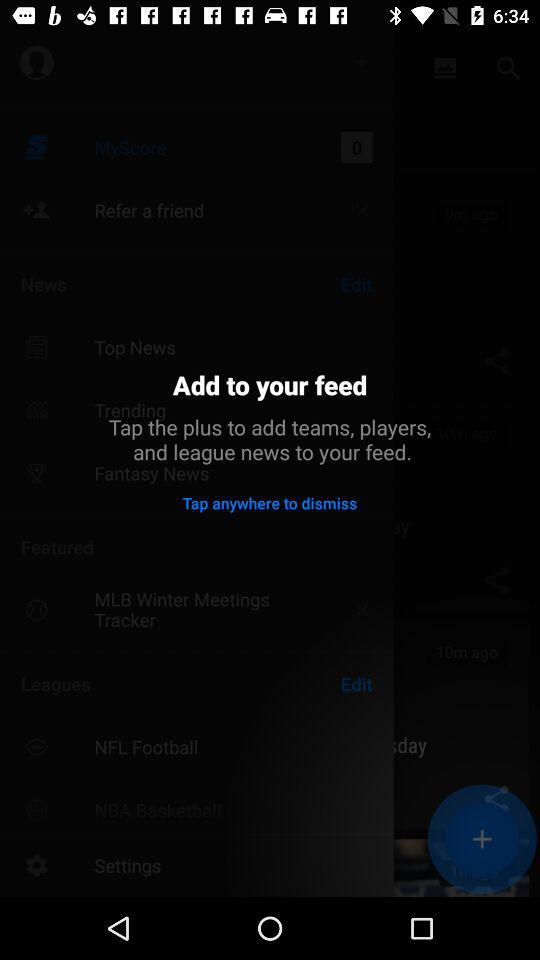 The width and height of the screenshot is (540, 960). What do you see at coordinates (481, 839) in the screenshot?
I see `the add icon` at bounding box center [481, 839].